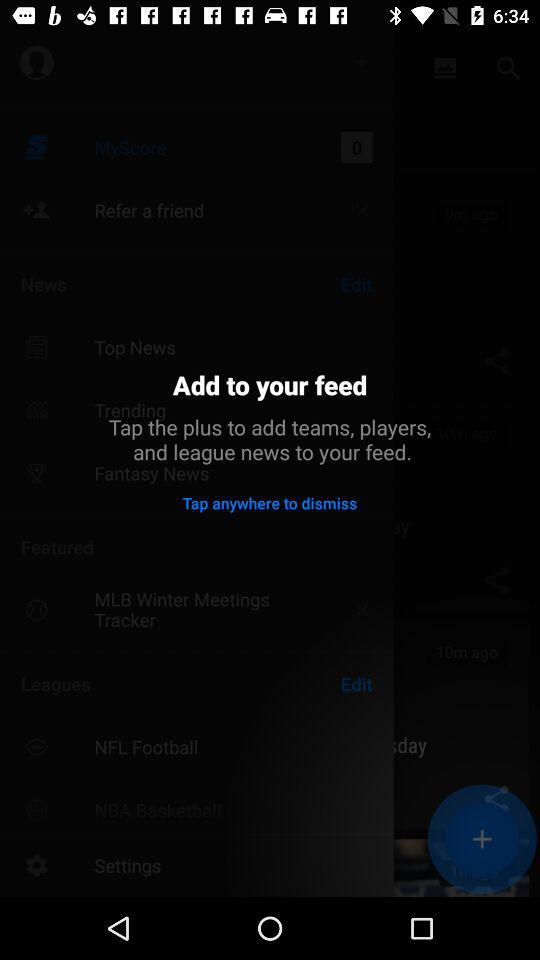 The width and height of the screenshot is (540, 960). What do you see at coordinates (481, 839) in the screenshot?
I see `the add icon` at bounding box center [481, 839].